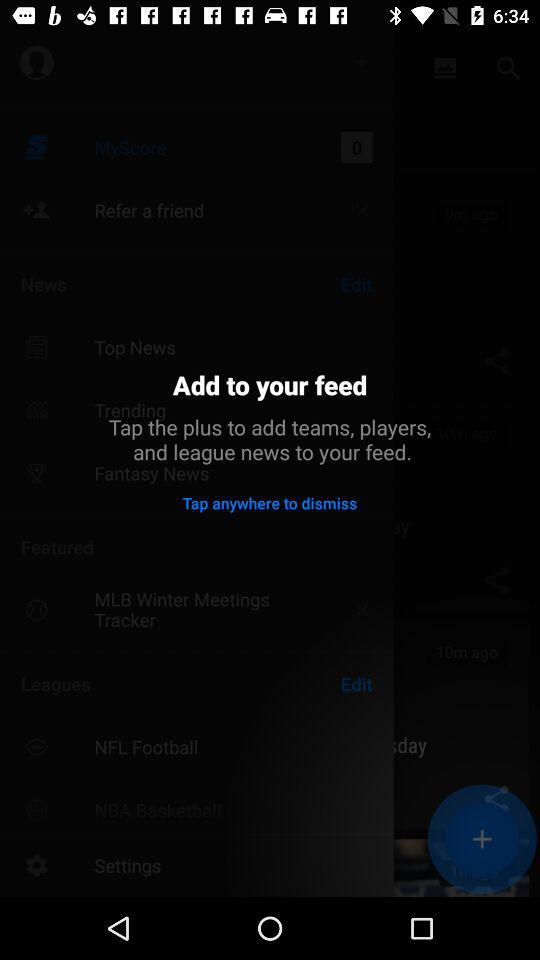 The width and height of the screenshot is (540, 960). What do you see at coordinates (481, 839) in the screenshot?
I see `the add icon` at bounding box center [481, 839].